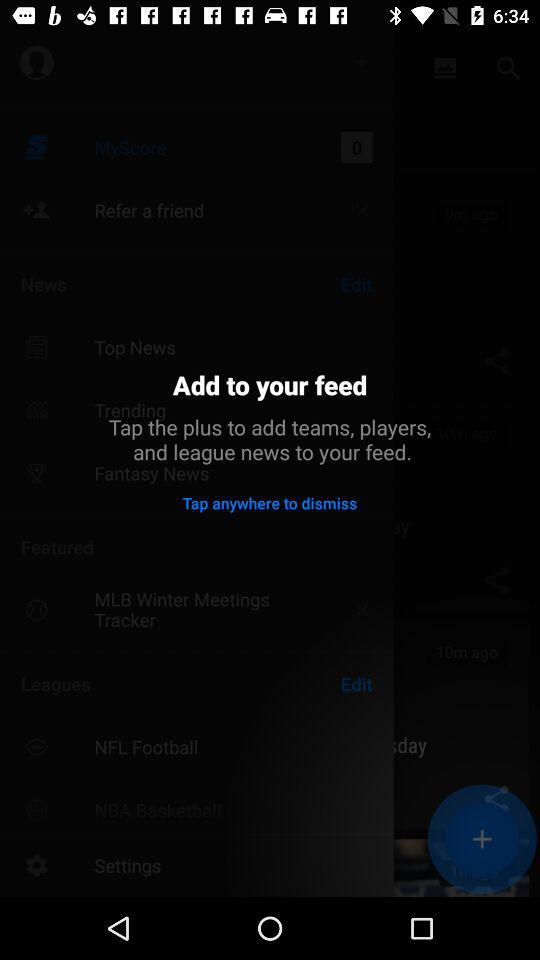 The width and height of the screenshot is (540, 960). What do you see at coordinates (481, 839) in the screenshot?
I see `the add icon` at bounding box center [481, 839].